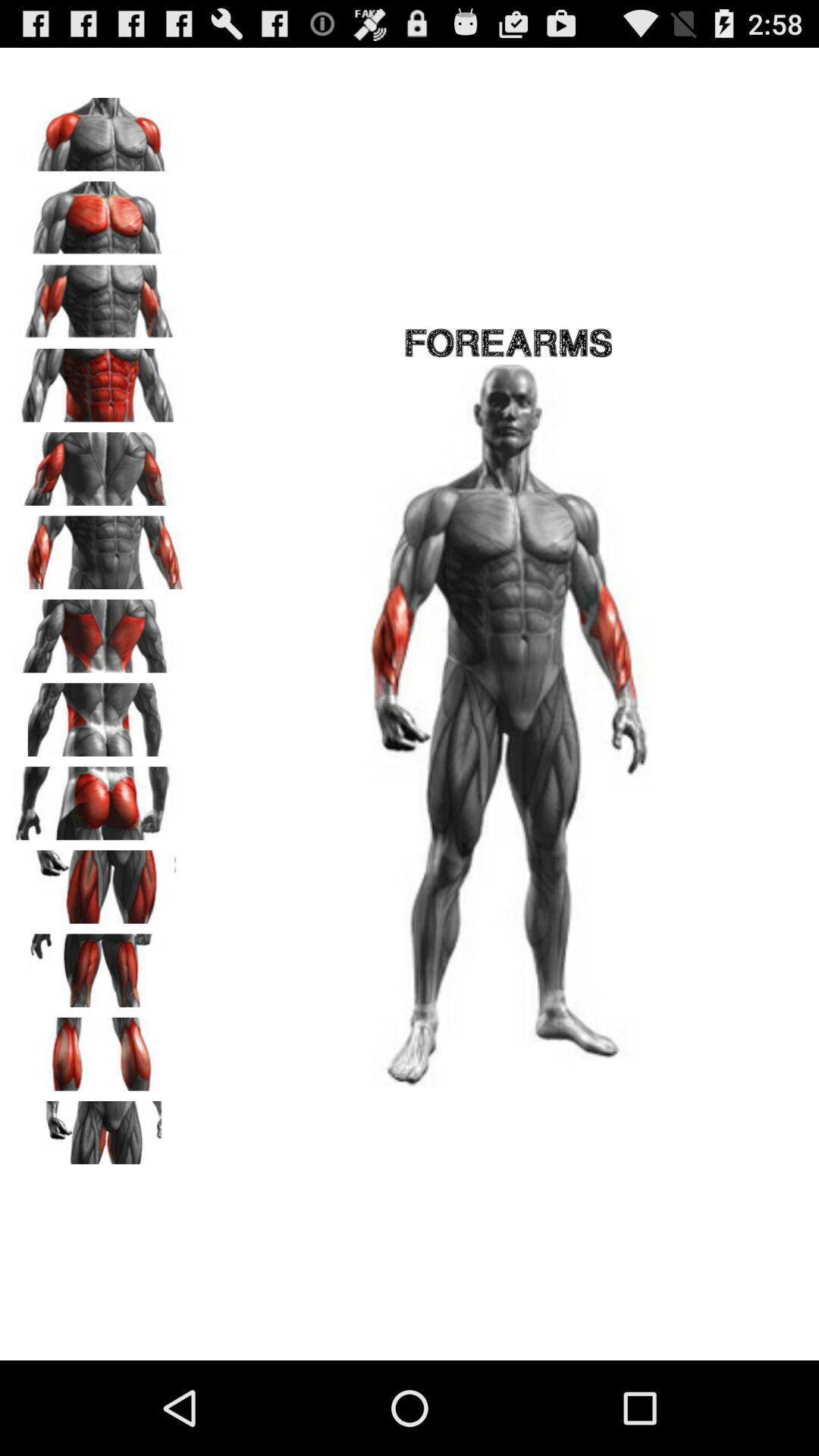 This screenshot has height=1456, width=819. What do you see at coordinates (99, 212) in the screenshot?
I see `pectoral muscles` at bounding box center [99, 212].